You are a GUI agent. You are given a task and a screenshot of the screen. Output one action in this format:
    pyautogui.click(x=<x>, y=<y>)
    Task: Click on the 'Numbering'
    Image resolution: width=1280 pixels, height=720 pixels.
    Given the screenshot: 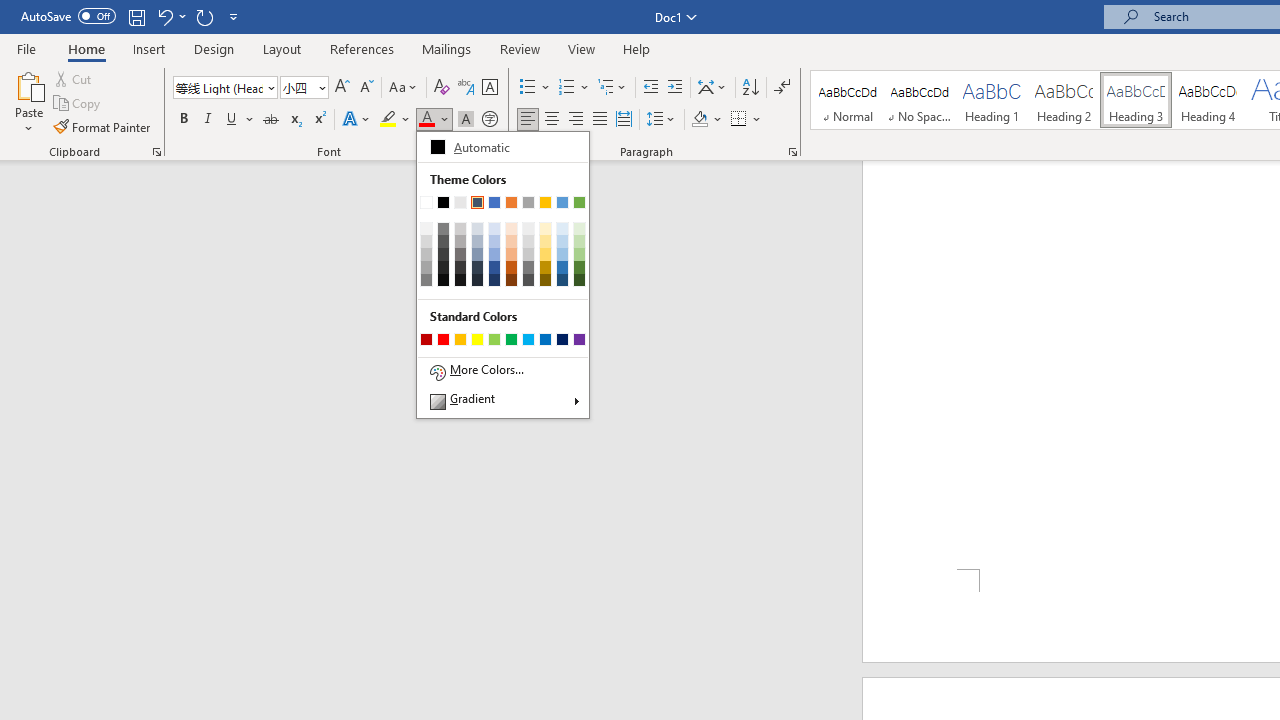 What is the action you would take?
    pyautogui.click(x=573, y=86)
    